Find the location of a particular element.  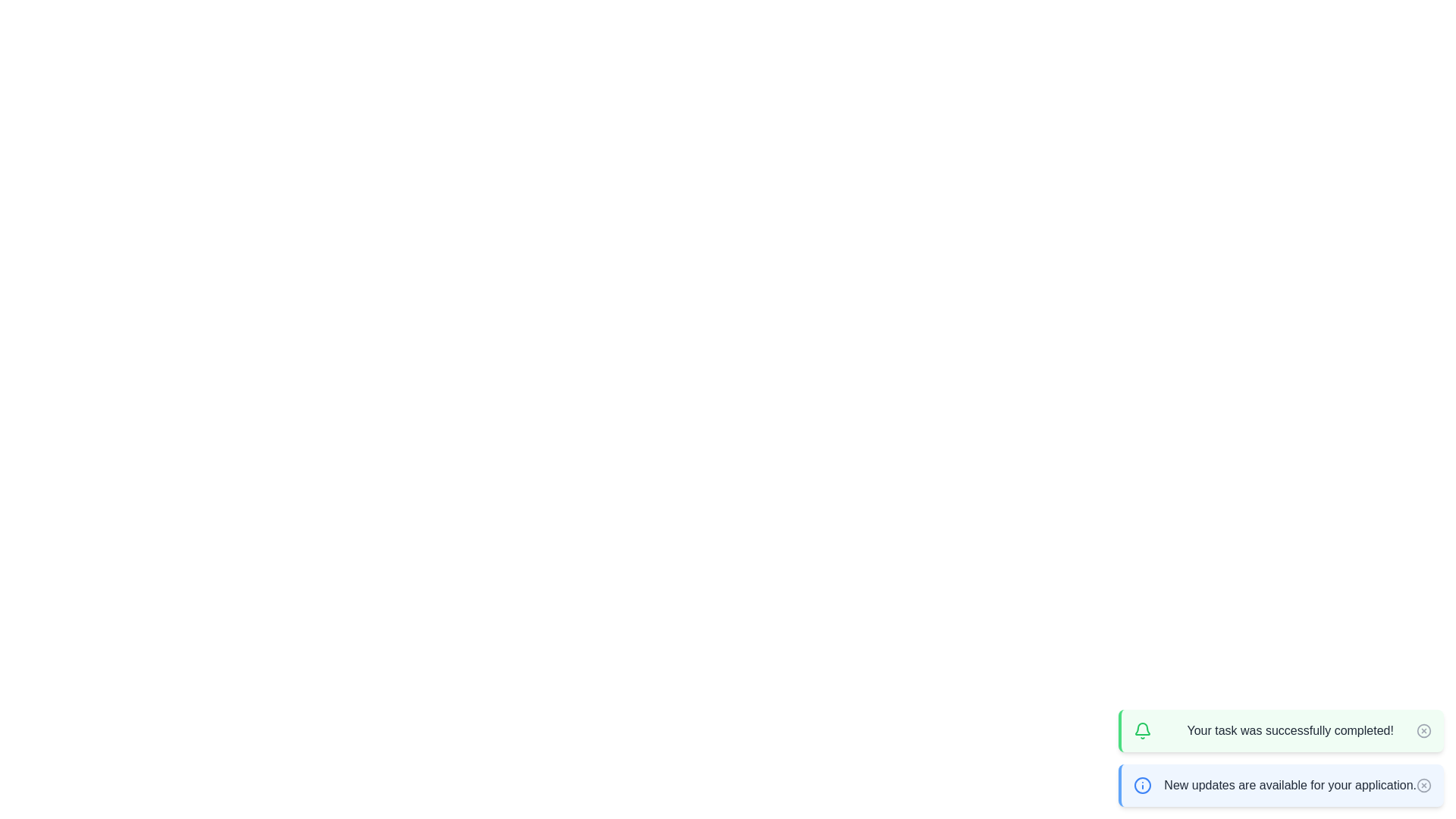

the notification with message 'Your task was successfully completed!' is located at coordinates (1280, 730).